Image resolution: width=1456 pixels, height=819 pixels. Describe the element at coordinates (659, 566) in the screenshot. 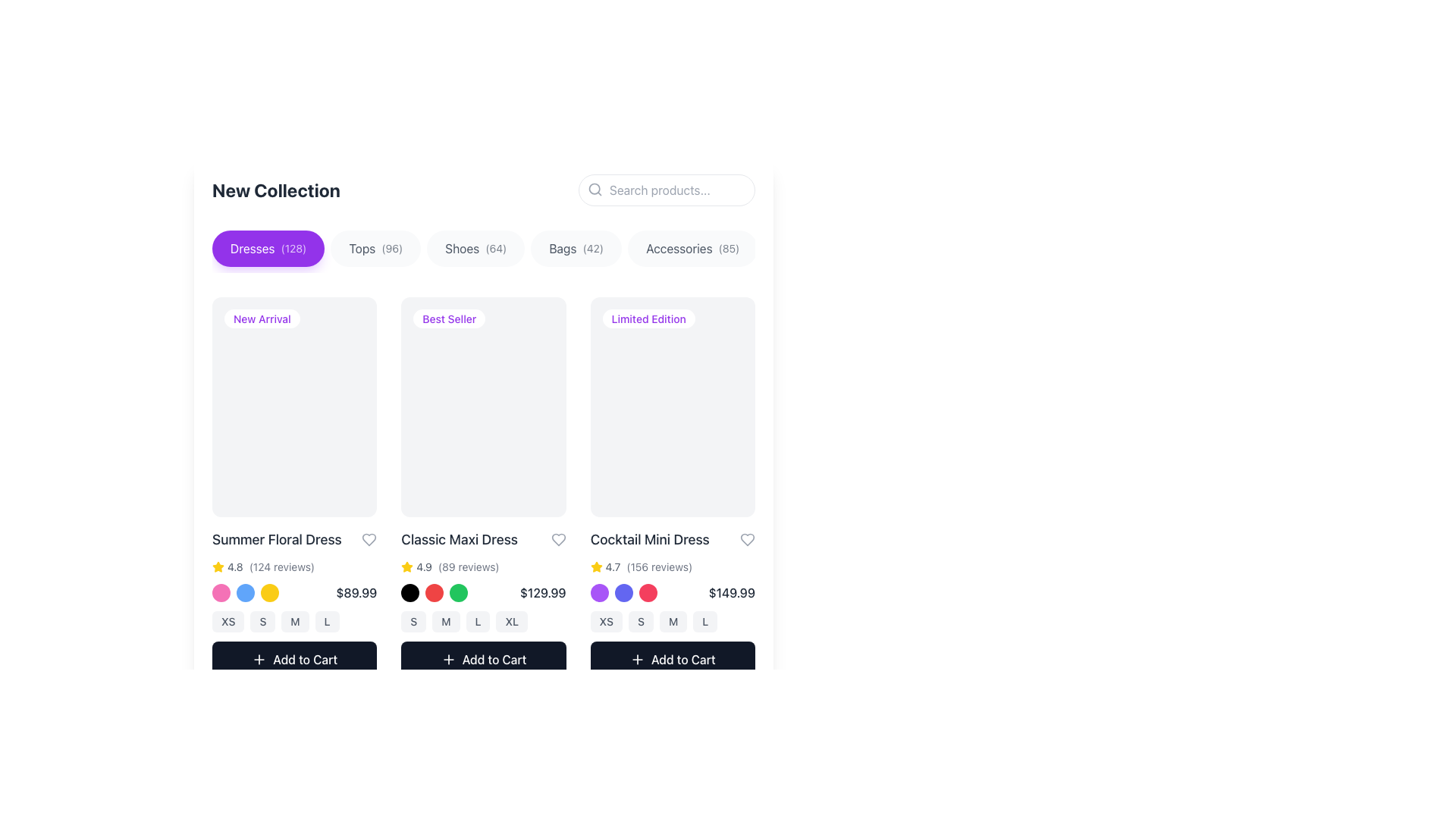

I see `the static text label that reads '(156 reviews)' associated with the product rating of the 'Cocktail Mini Dress' in the third product card` at that location.